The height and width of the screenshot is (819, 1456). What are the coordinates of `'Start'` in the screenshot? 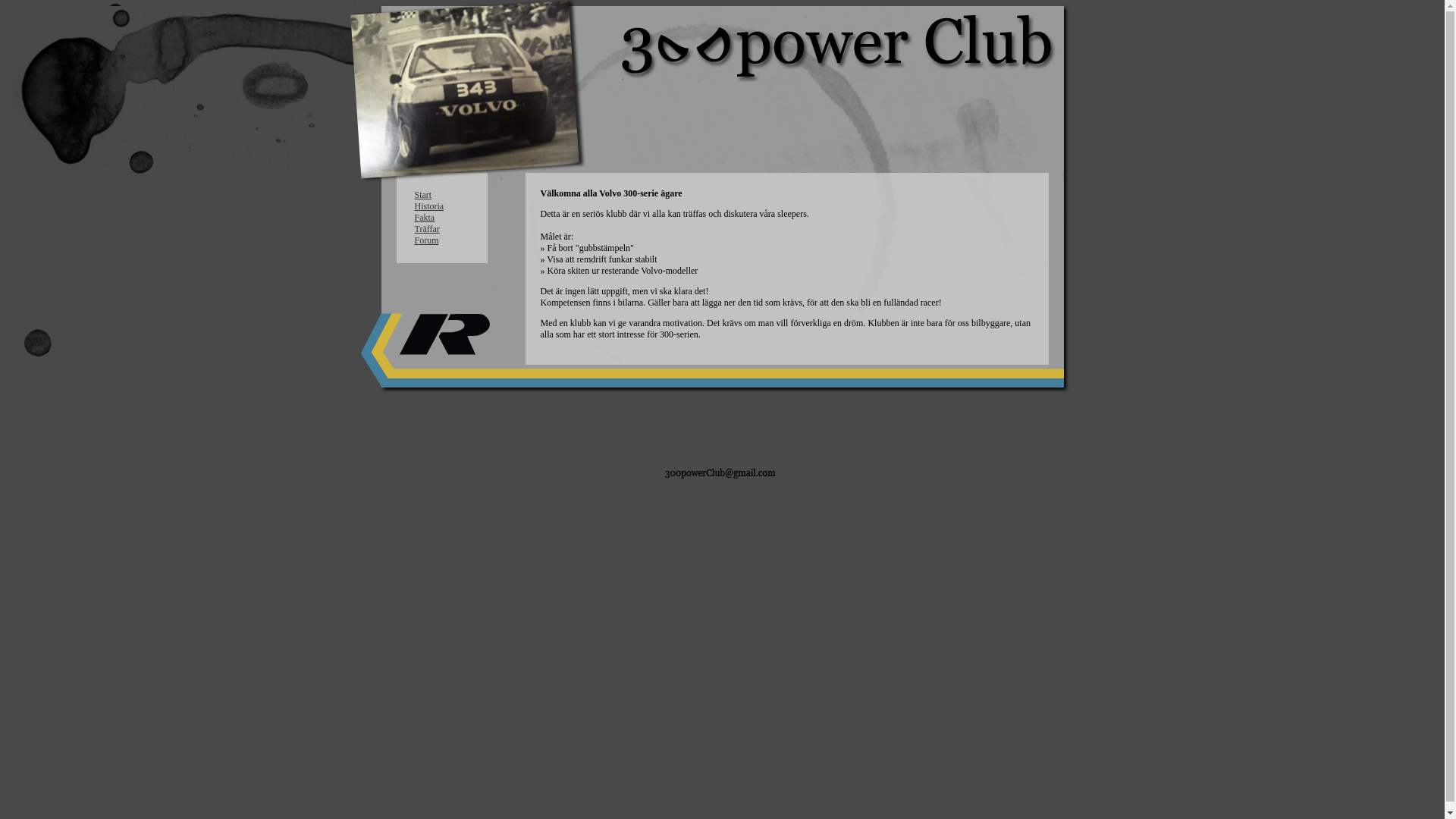 It's located at (422, 194).